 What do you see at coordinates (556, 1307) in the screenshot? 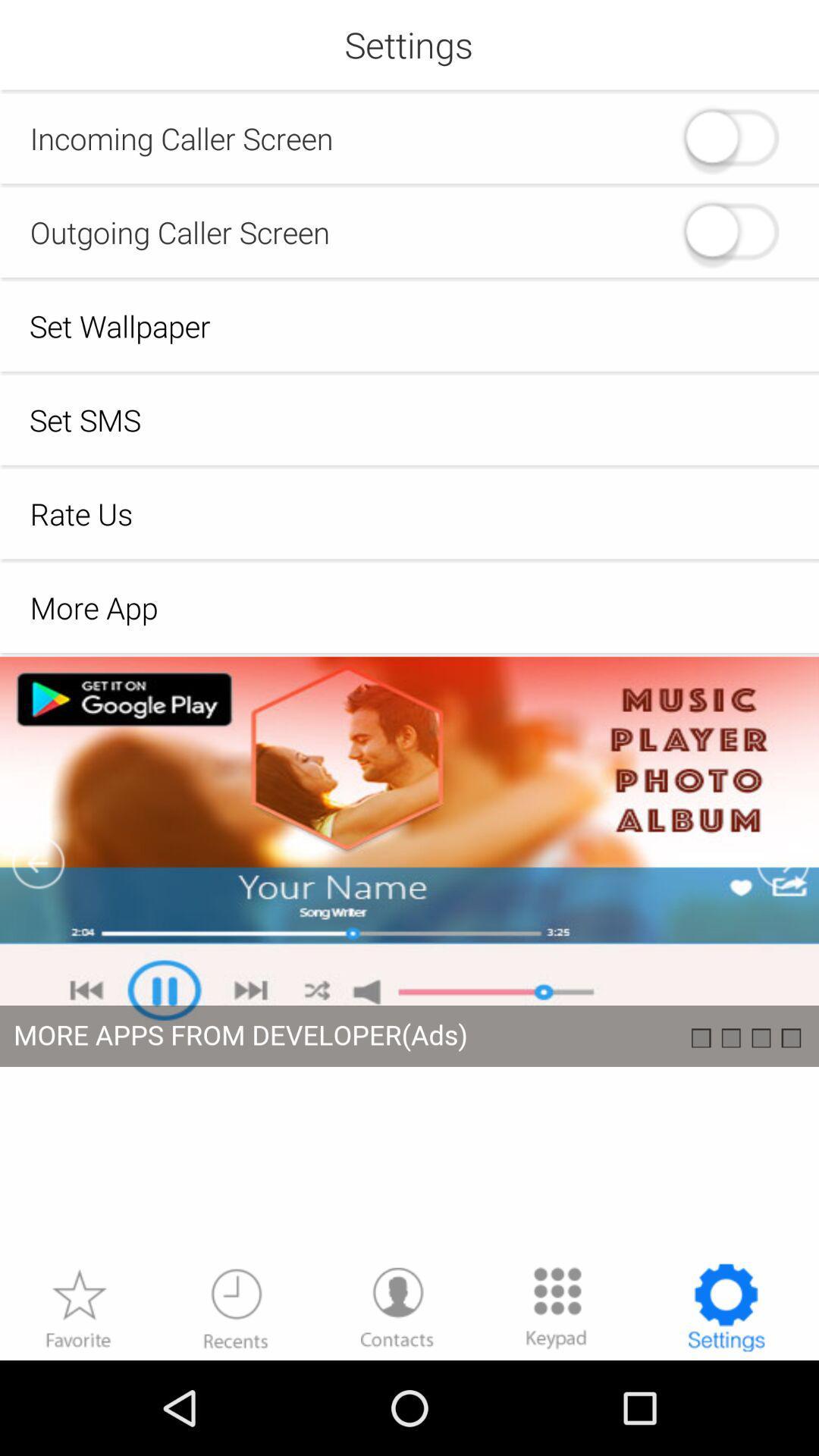
I see `more options` at bounding box center [556, 1307].